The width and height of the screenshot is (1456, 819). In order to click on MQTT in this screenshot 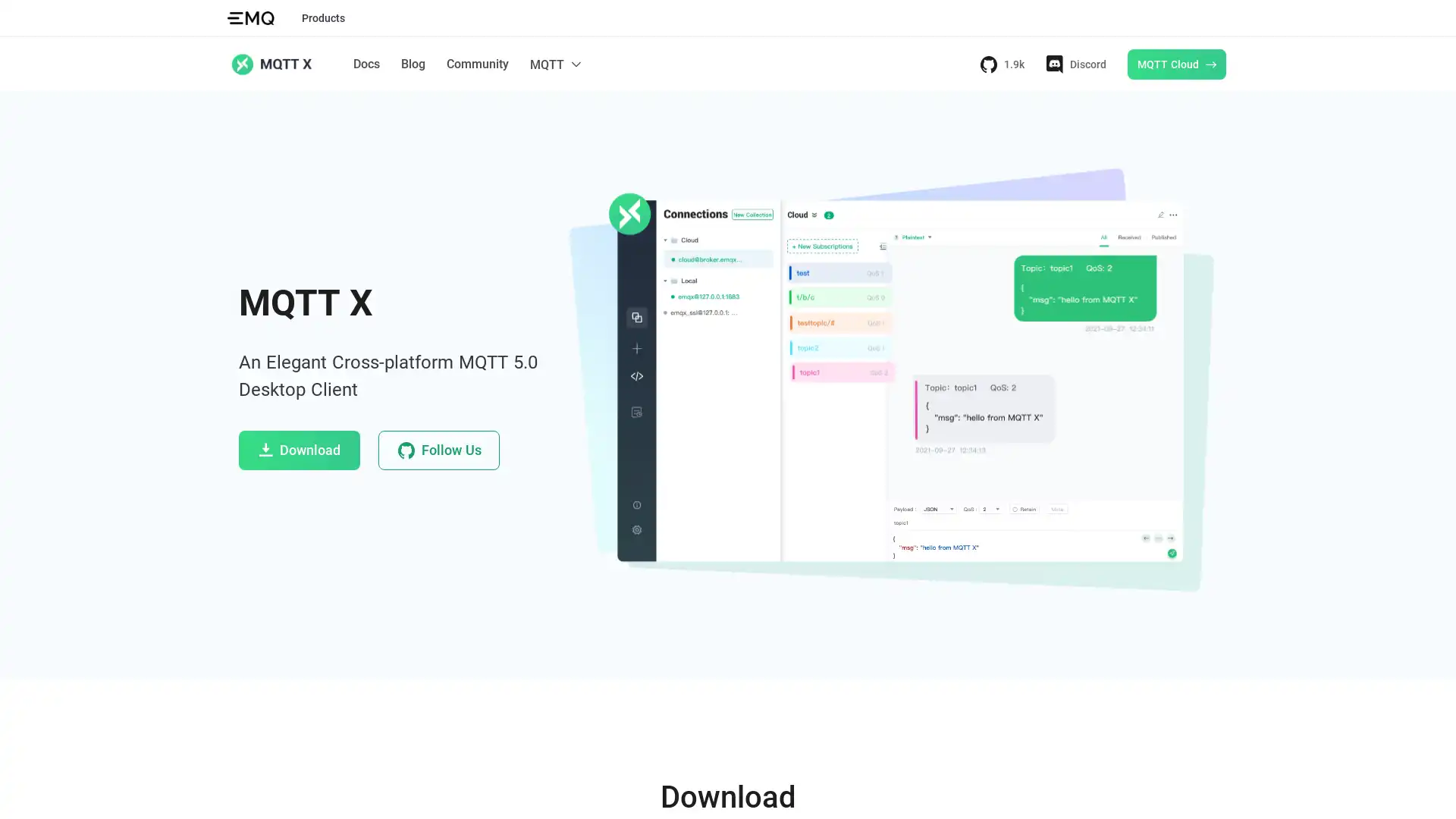, I will do `click(728, 240)`.